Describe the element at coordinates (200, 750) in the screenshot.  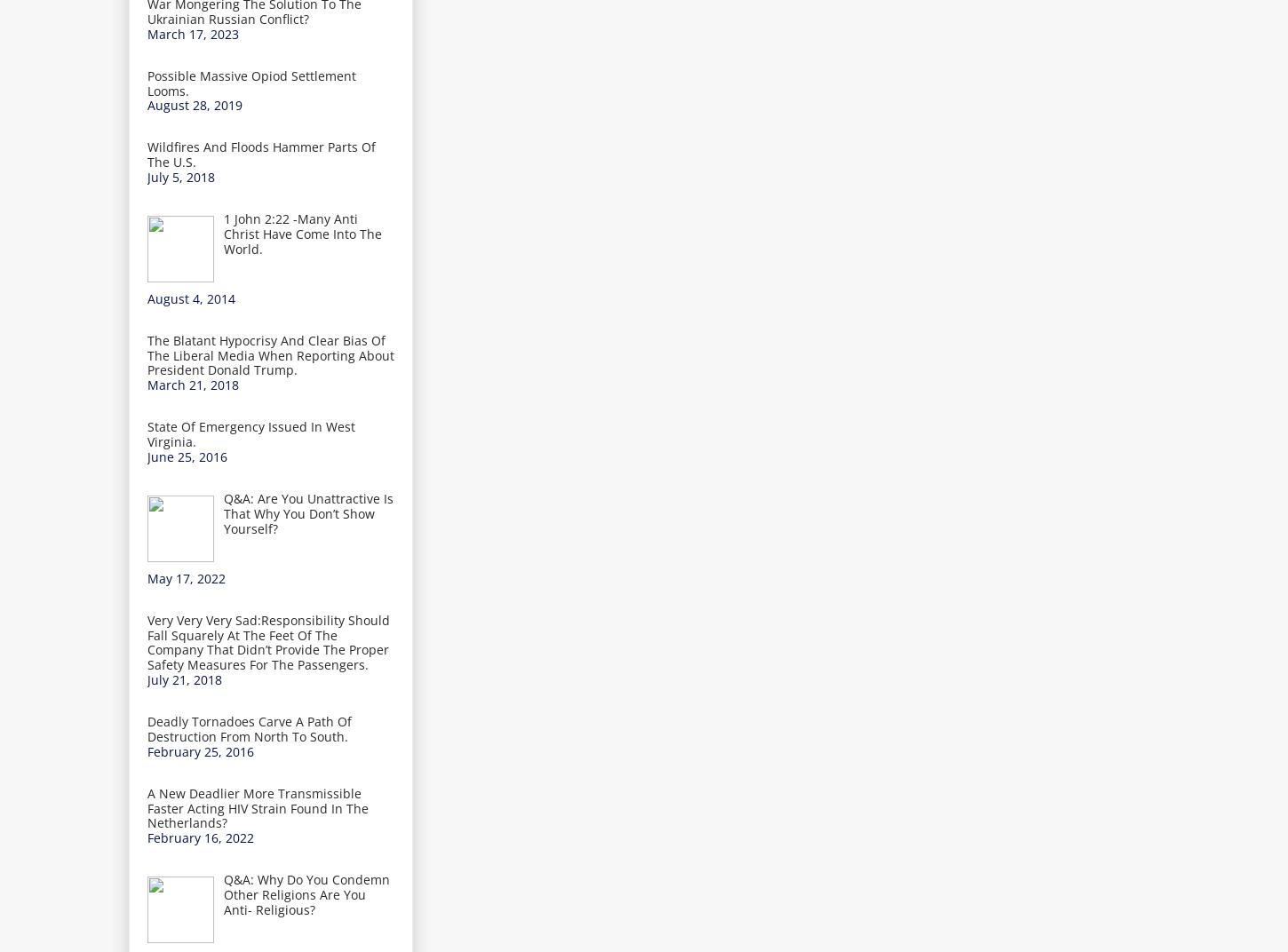
I see `'February 25, 2016'` at that location.